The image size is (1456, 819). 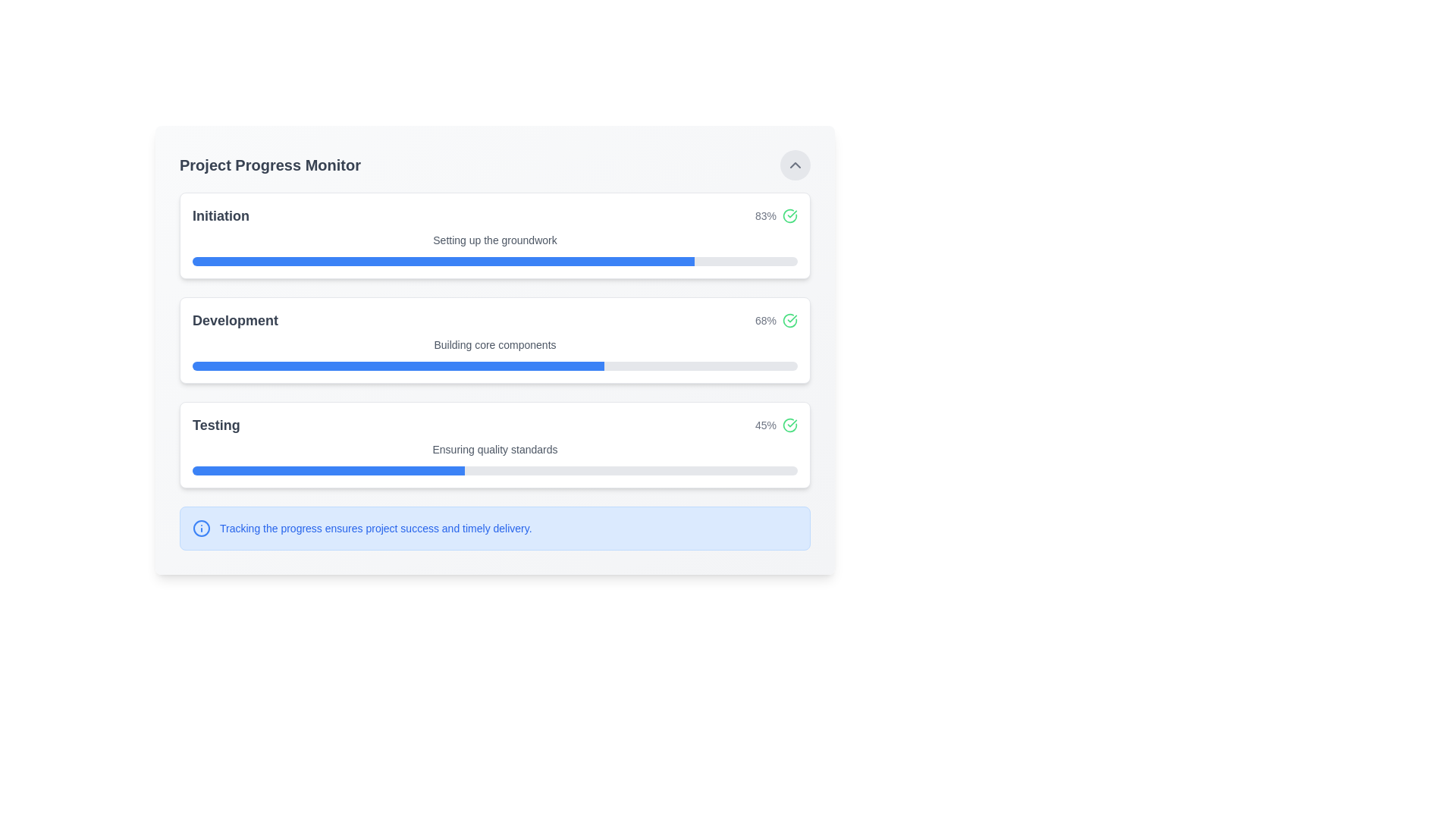 I want to click on the progress percentage, so click(x=419, y=366).